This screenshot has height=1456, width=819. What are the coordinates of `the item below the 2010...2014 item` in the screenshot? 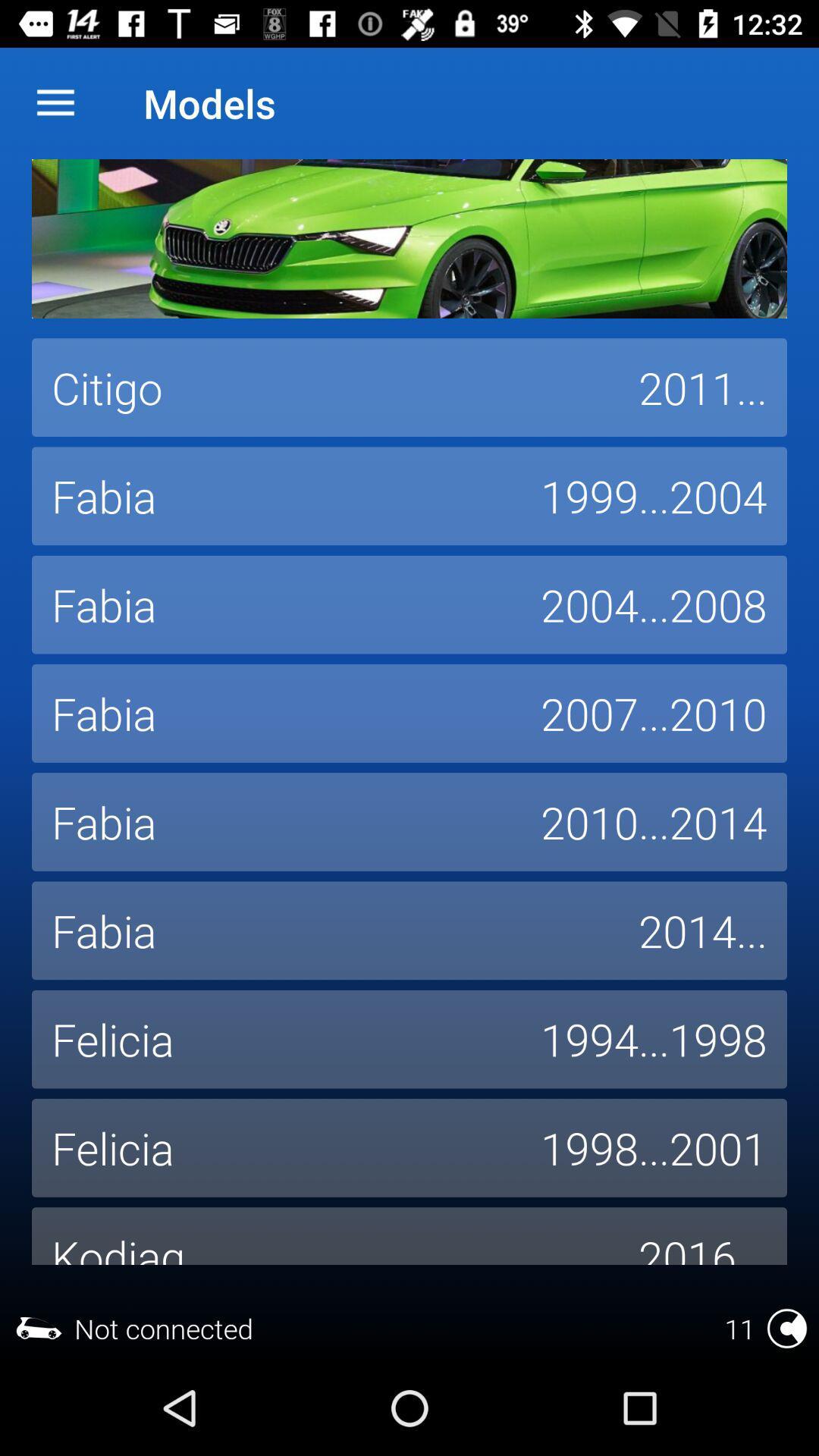 It's located at (702, 930).